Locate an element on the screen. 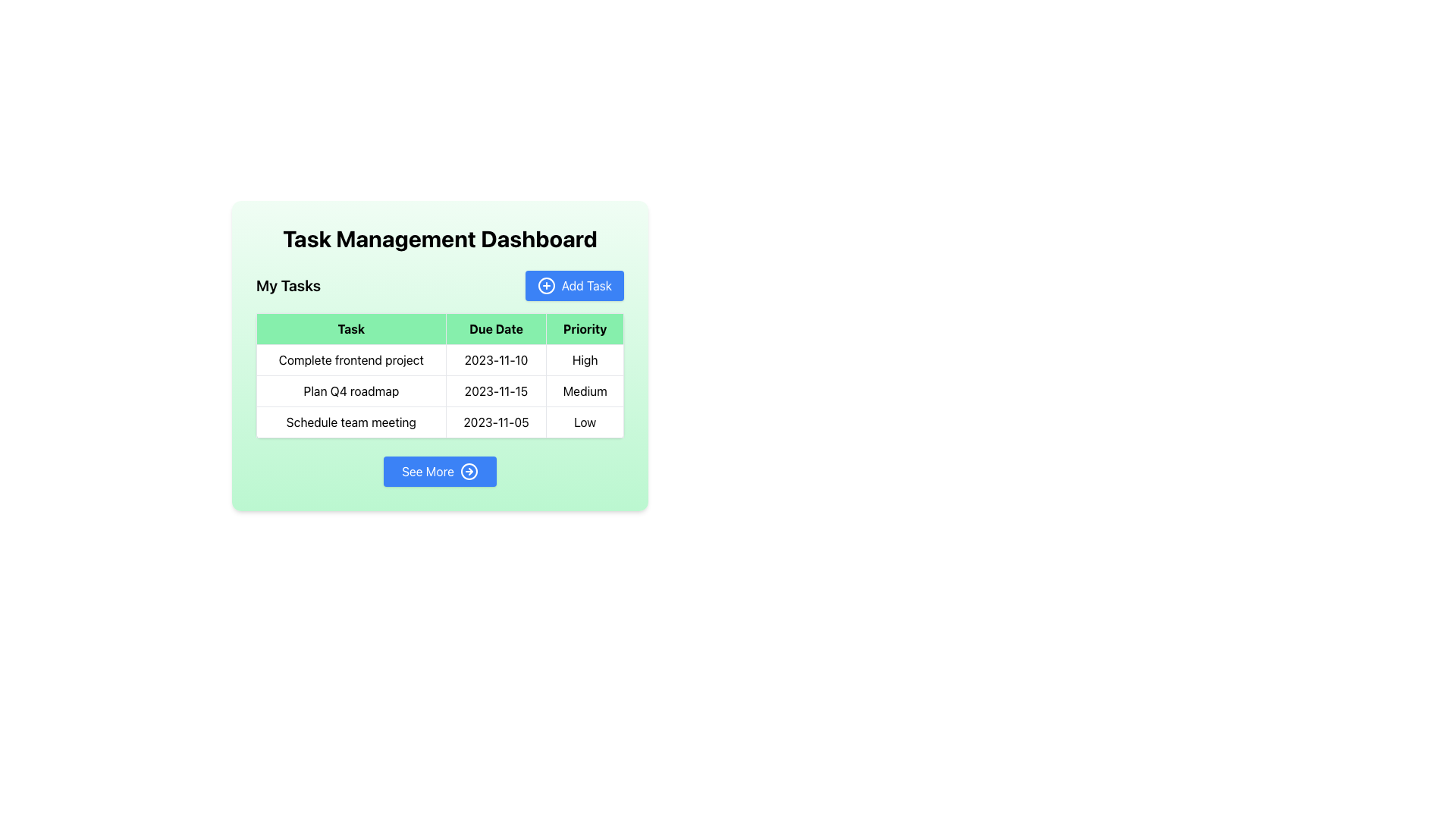  the table cell containing the text 'Complete frontend project', which is the first cell in the first row under the 'Task' column in the task management interface is located at coordinates (350, 359).